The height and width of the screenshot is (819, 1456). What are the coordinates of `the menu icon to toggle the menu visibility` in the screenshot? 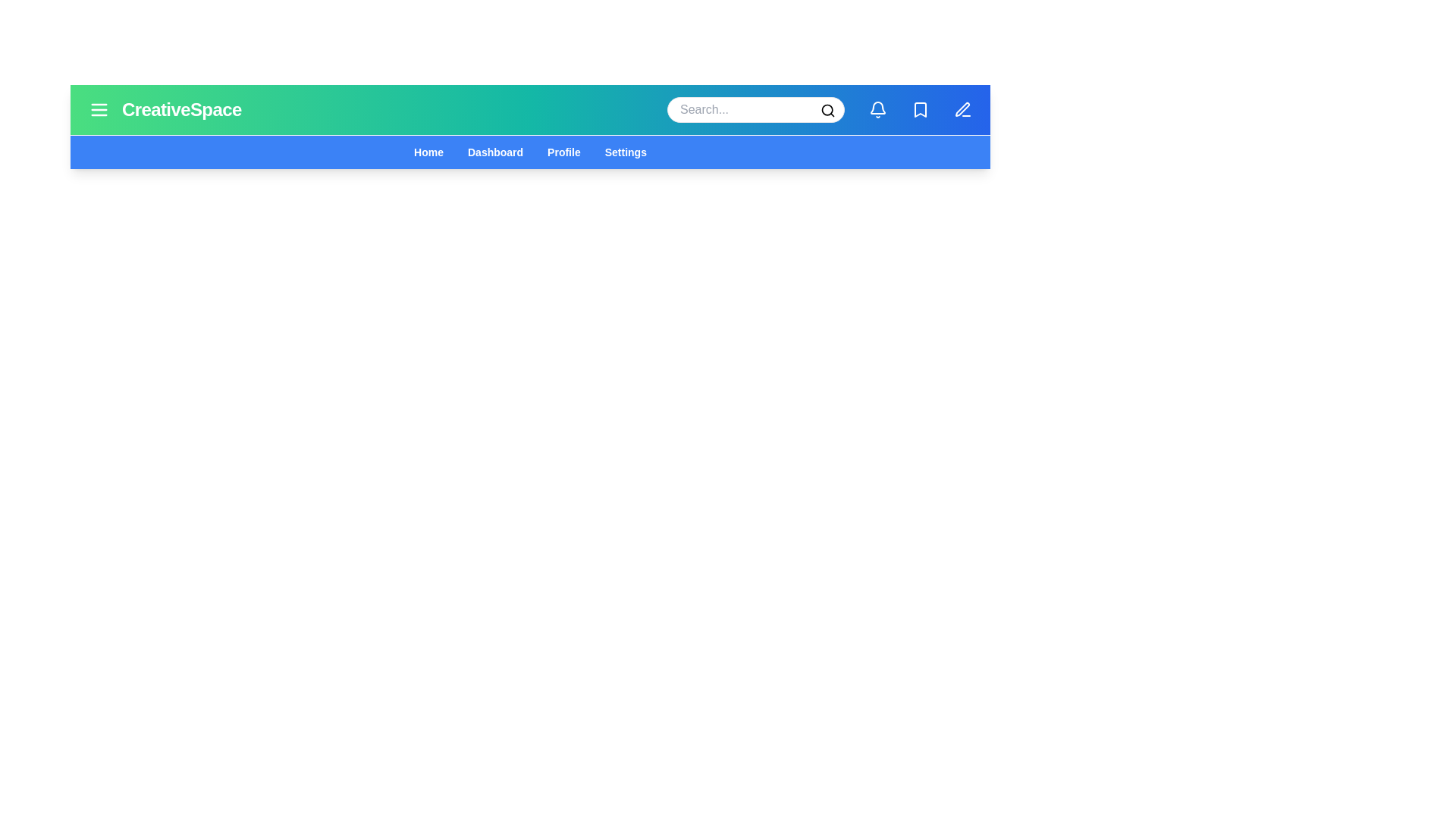 It's located at (98, 109).